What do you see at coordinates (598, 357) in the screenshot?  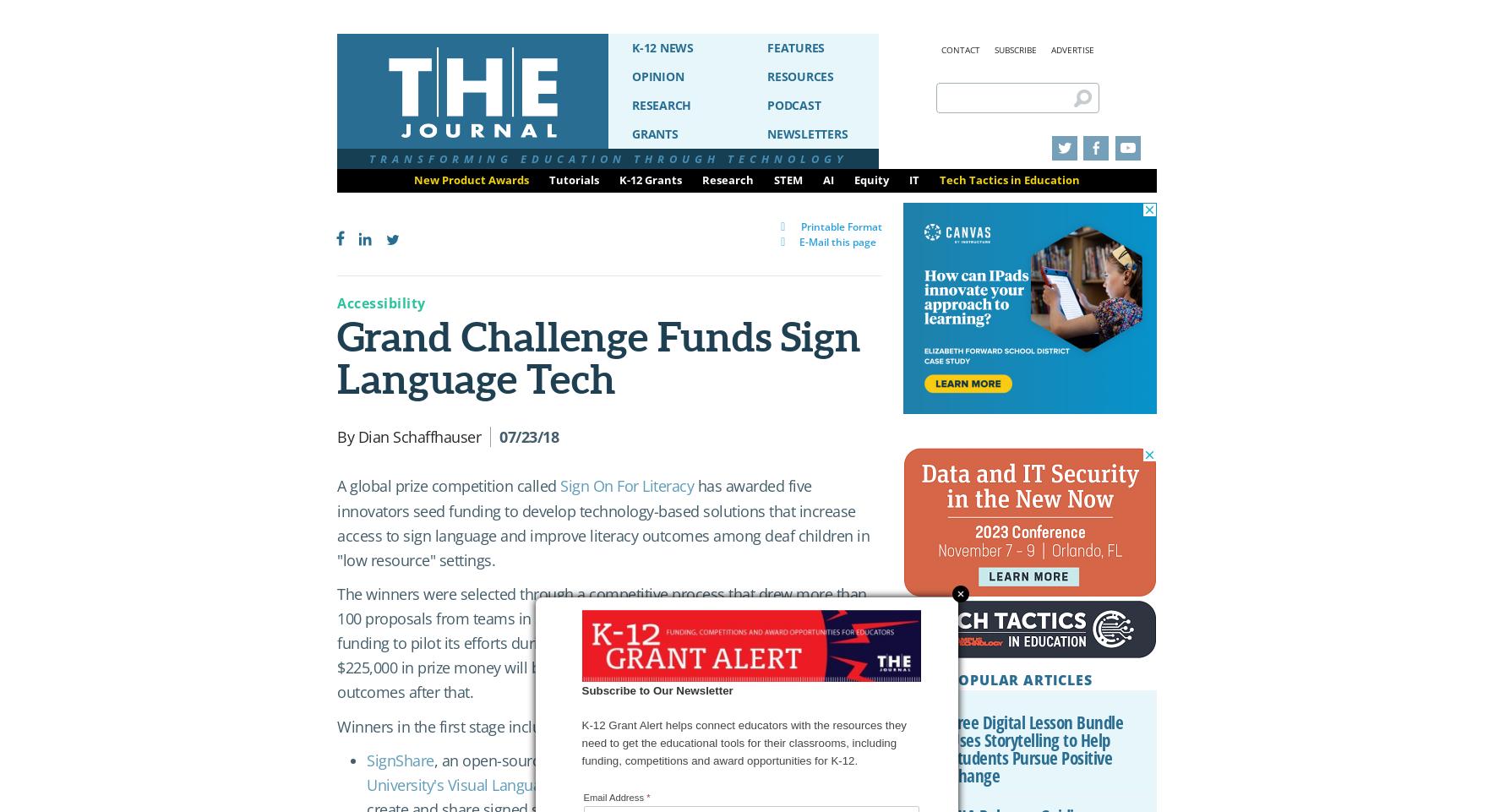 I see `'Grand Challenge Funds Sign Language Tech'` at bounding box center [598, 357].